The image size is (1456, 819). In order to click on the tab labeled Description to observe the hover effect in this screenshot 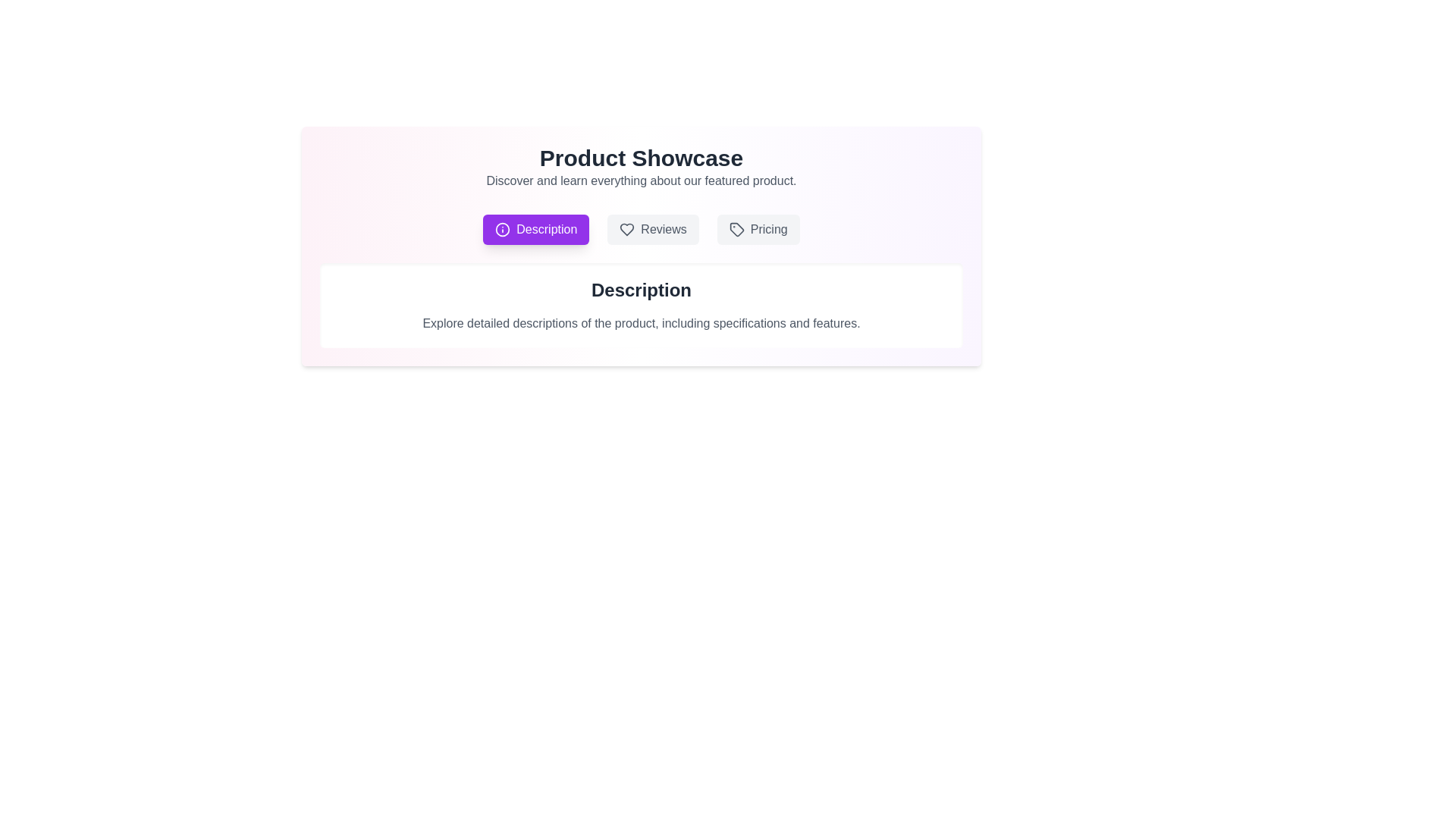, I will do `click(536, 230)`.